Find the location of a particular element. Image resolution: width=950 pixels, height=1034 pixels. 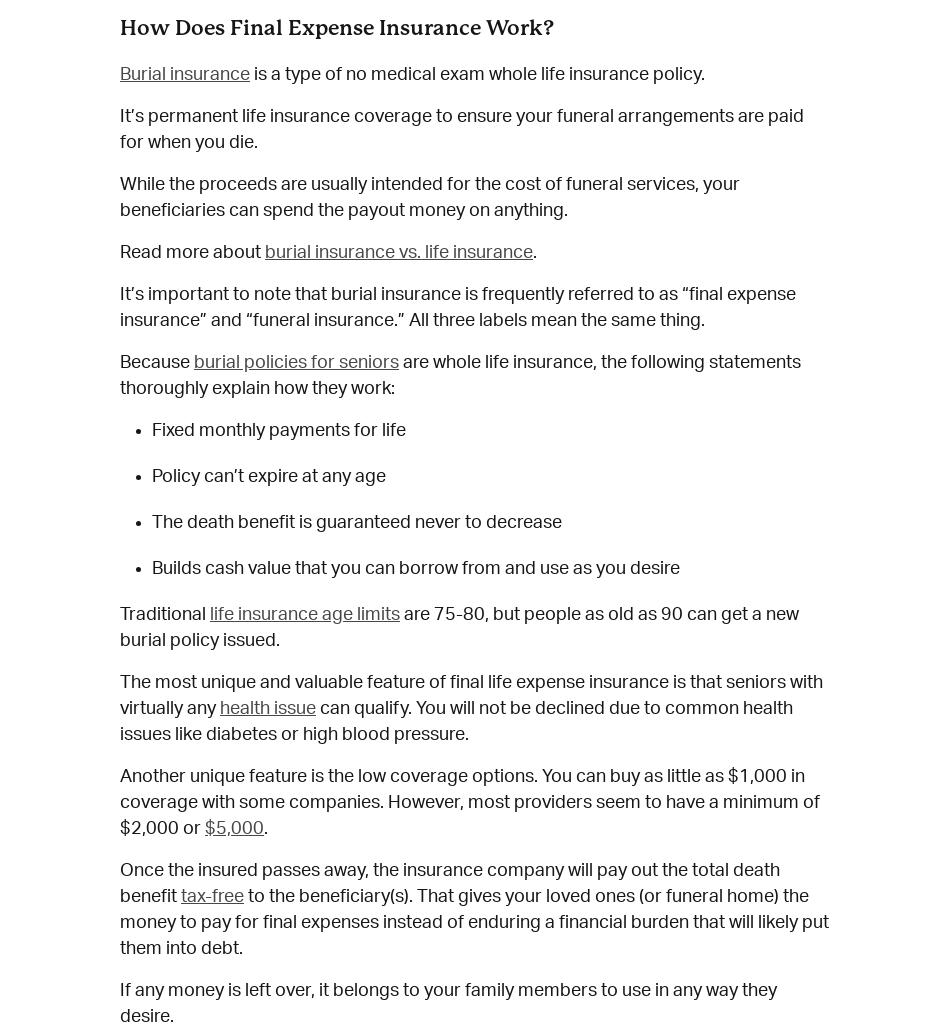

'tax-free' is located at coordinates (212, 894).